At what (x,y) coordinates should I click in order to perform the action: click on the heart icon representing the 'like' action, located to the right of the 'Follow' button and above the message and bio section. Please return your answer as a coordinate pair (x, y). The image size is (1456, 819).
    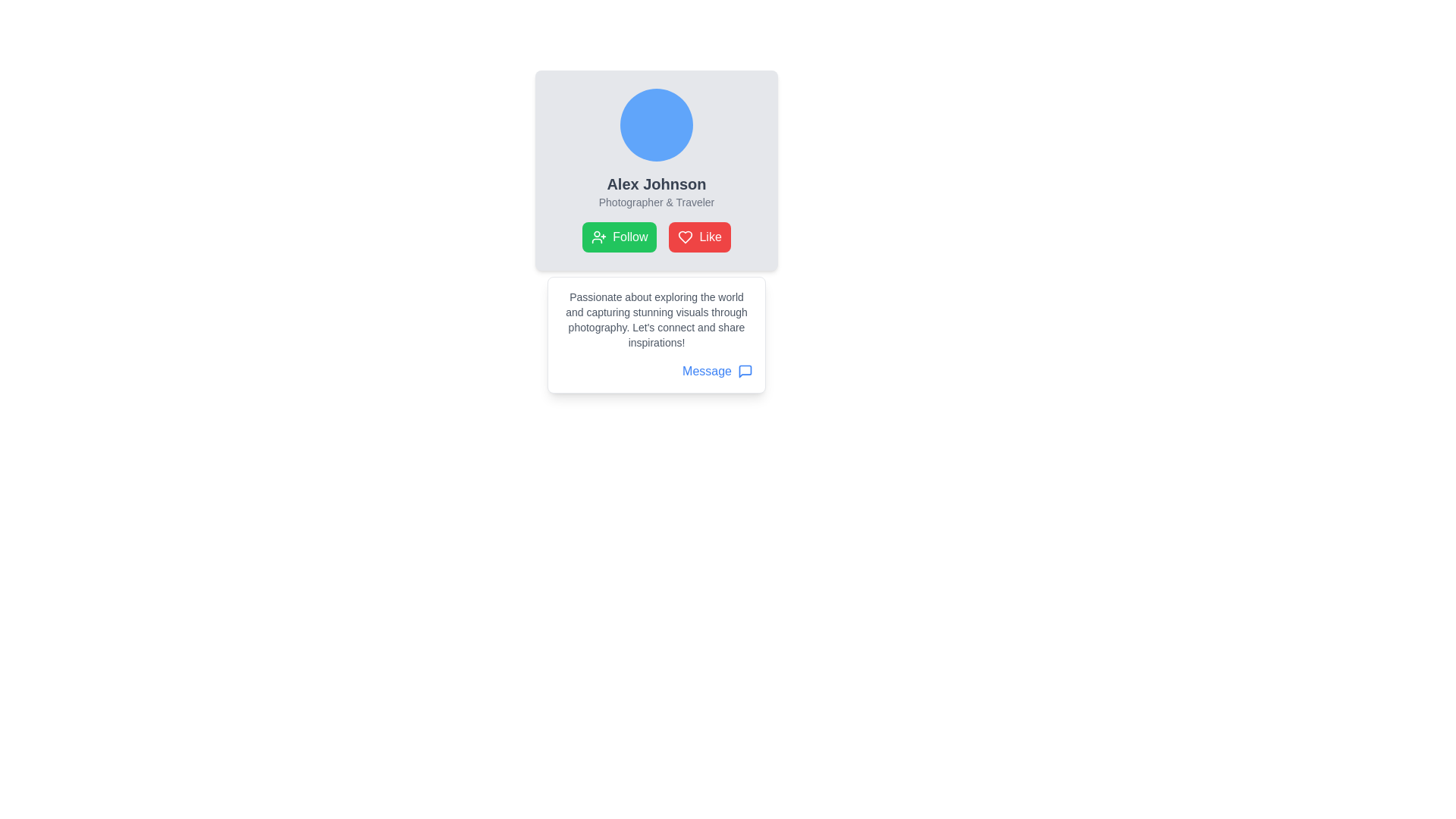
    Looking at the image, I should click on (685, 237).